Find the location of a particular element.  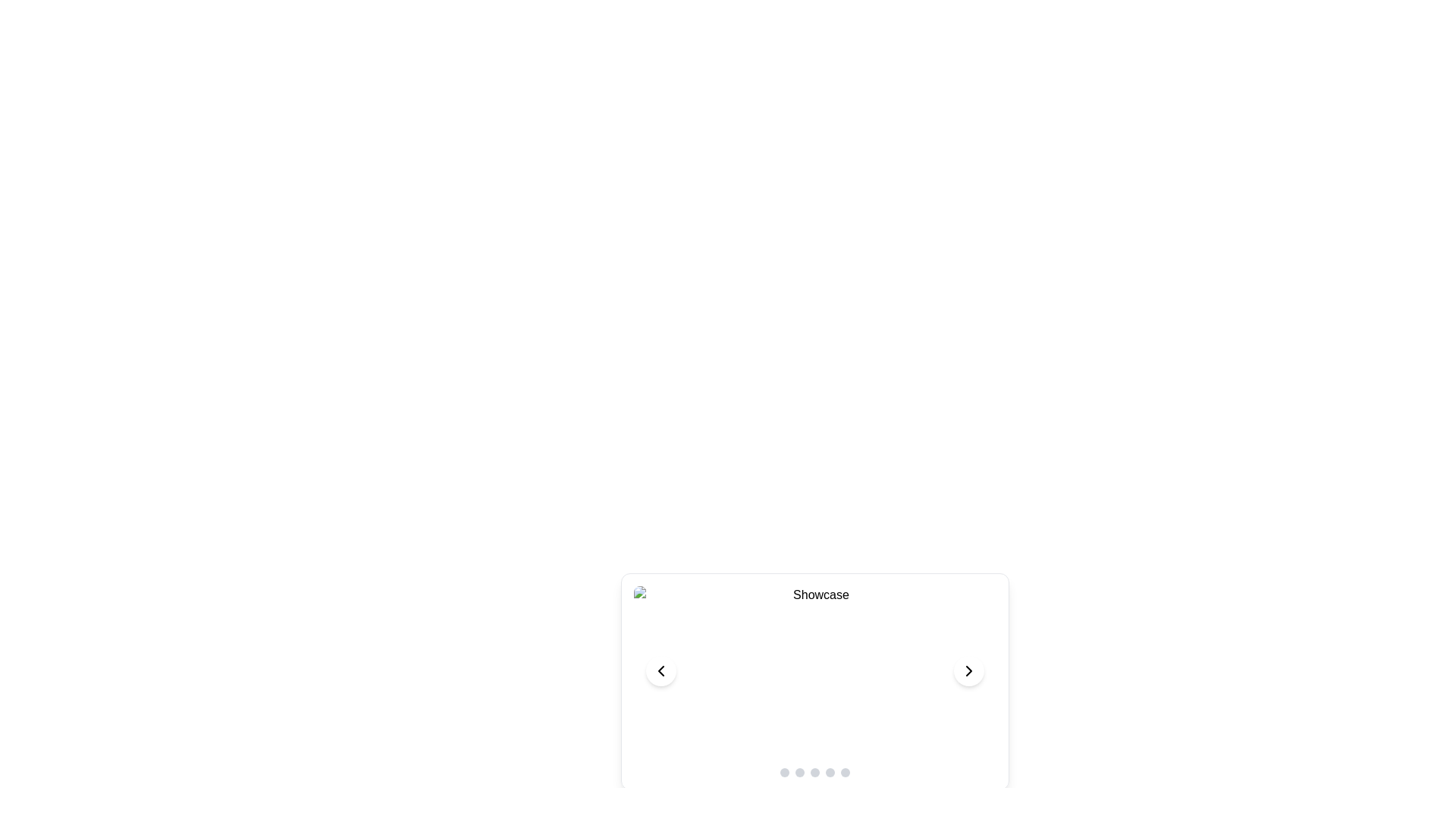

the fourth circular interactive indicator button with a gray background located under the main showcase section is located at coordinates (829, 772).